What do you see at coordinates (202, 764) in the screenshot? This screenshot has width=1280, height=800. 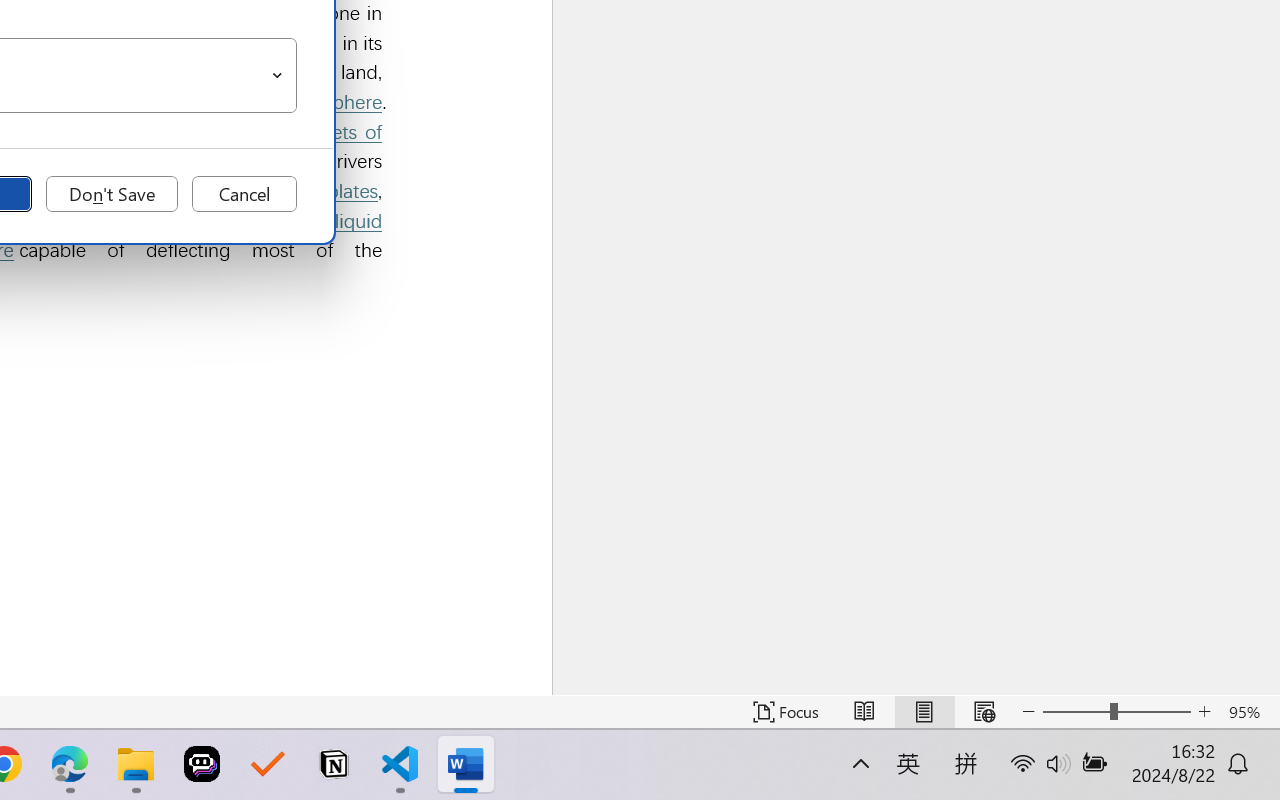 I see `'Poe'` at bounding box center [202, 764].